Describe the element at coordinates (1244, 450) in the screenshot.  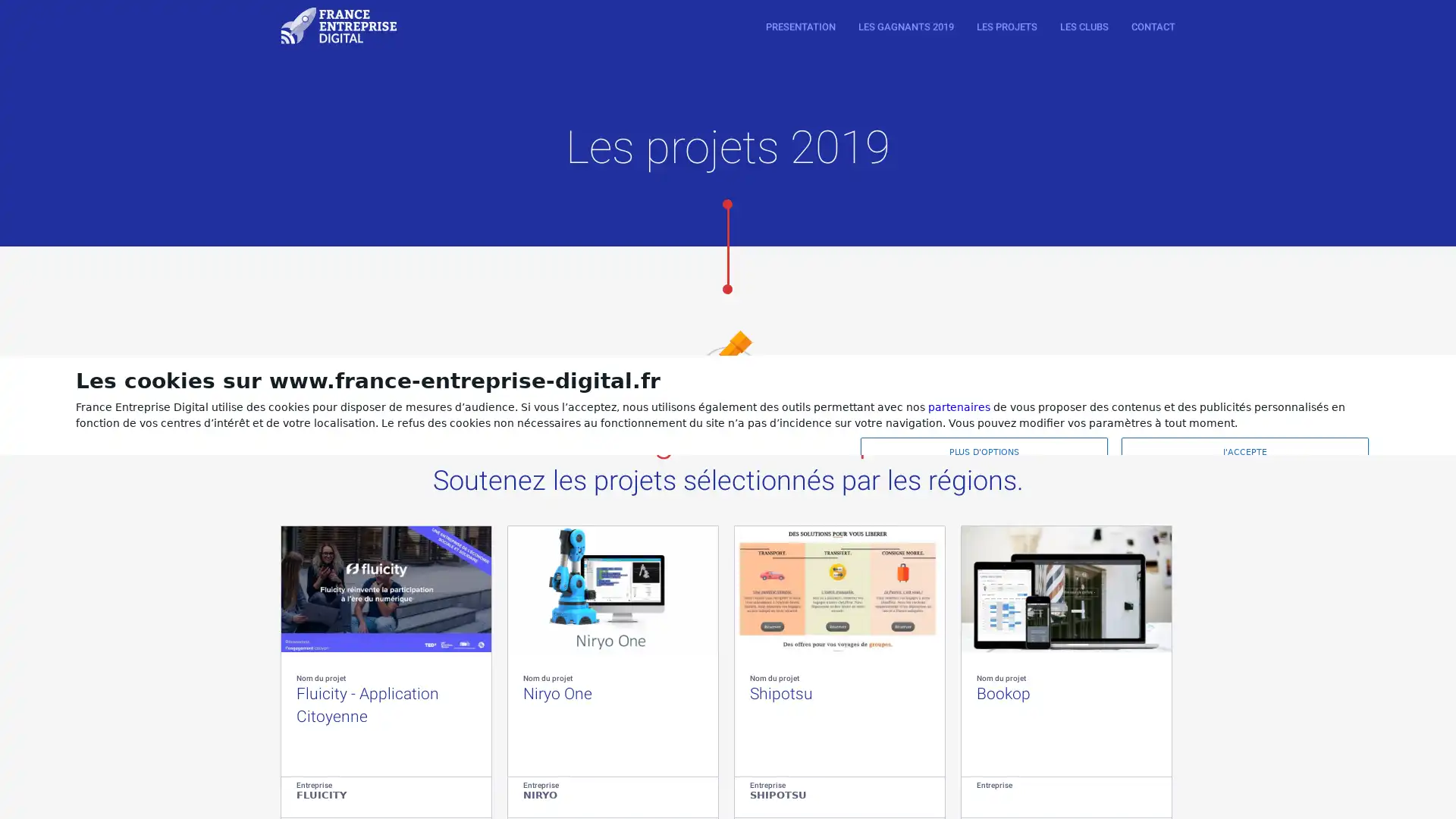
I see `J'ACCEPTE` at that location.